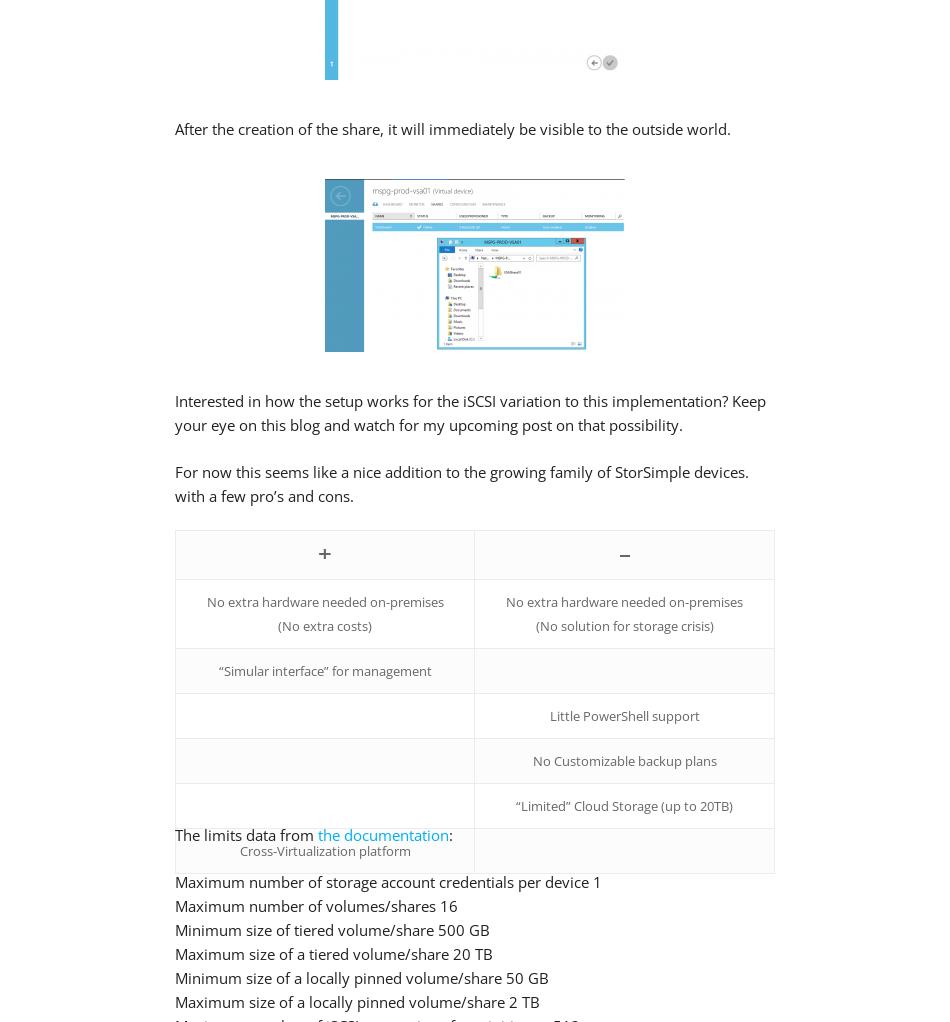 The height and width of the screenshot is (1022, 950). I want to click on 'Cross-Virtualization platform', so click(323, 851).